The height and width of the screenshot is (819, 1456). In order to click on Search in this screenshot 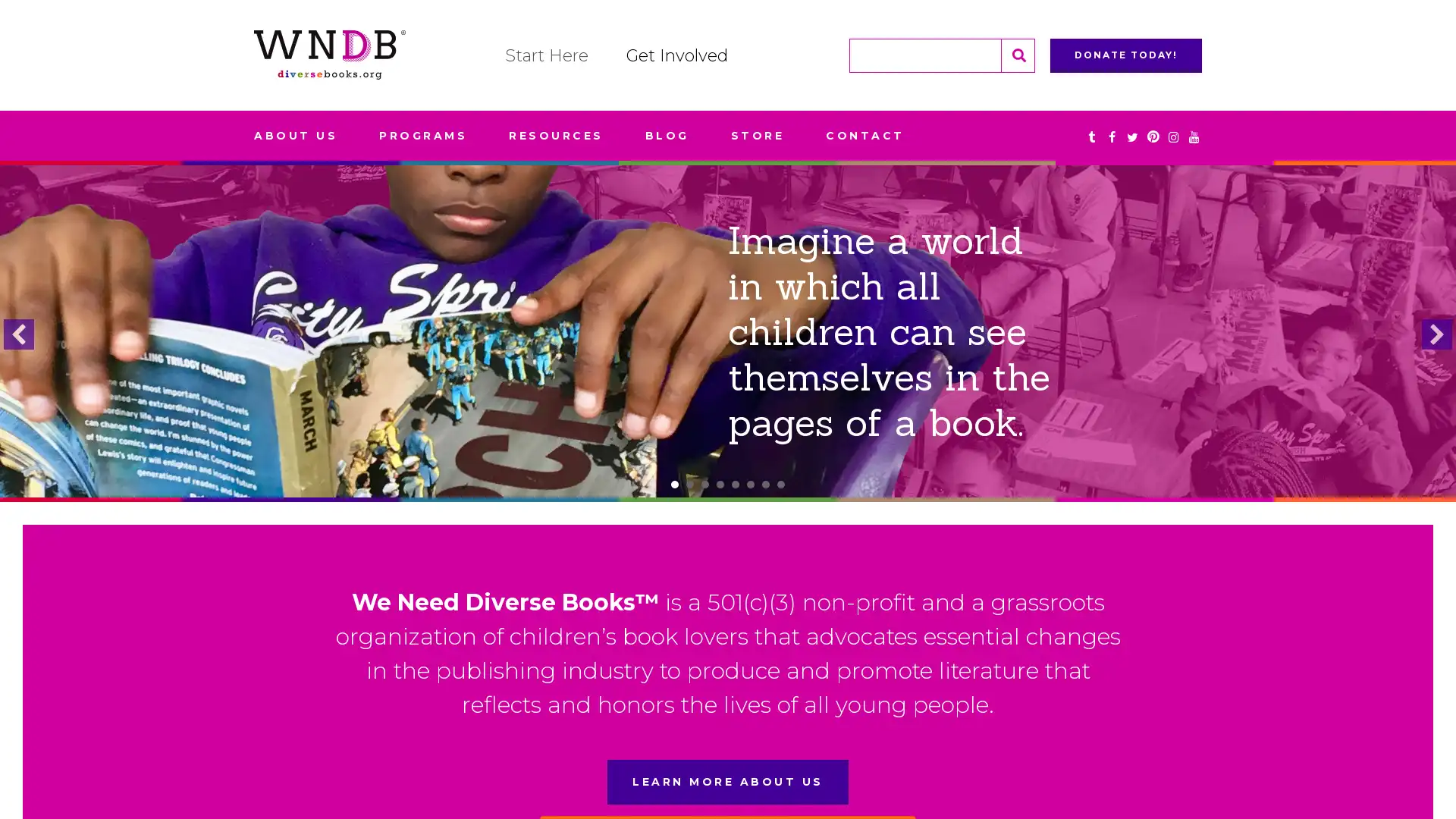, I will do `click(1018, 54)`.